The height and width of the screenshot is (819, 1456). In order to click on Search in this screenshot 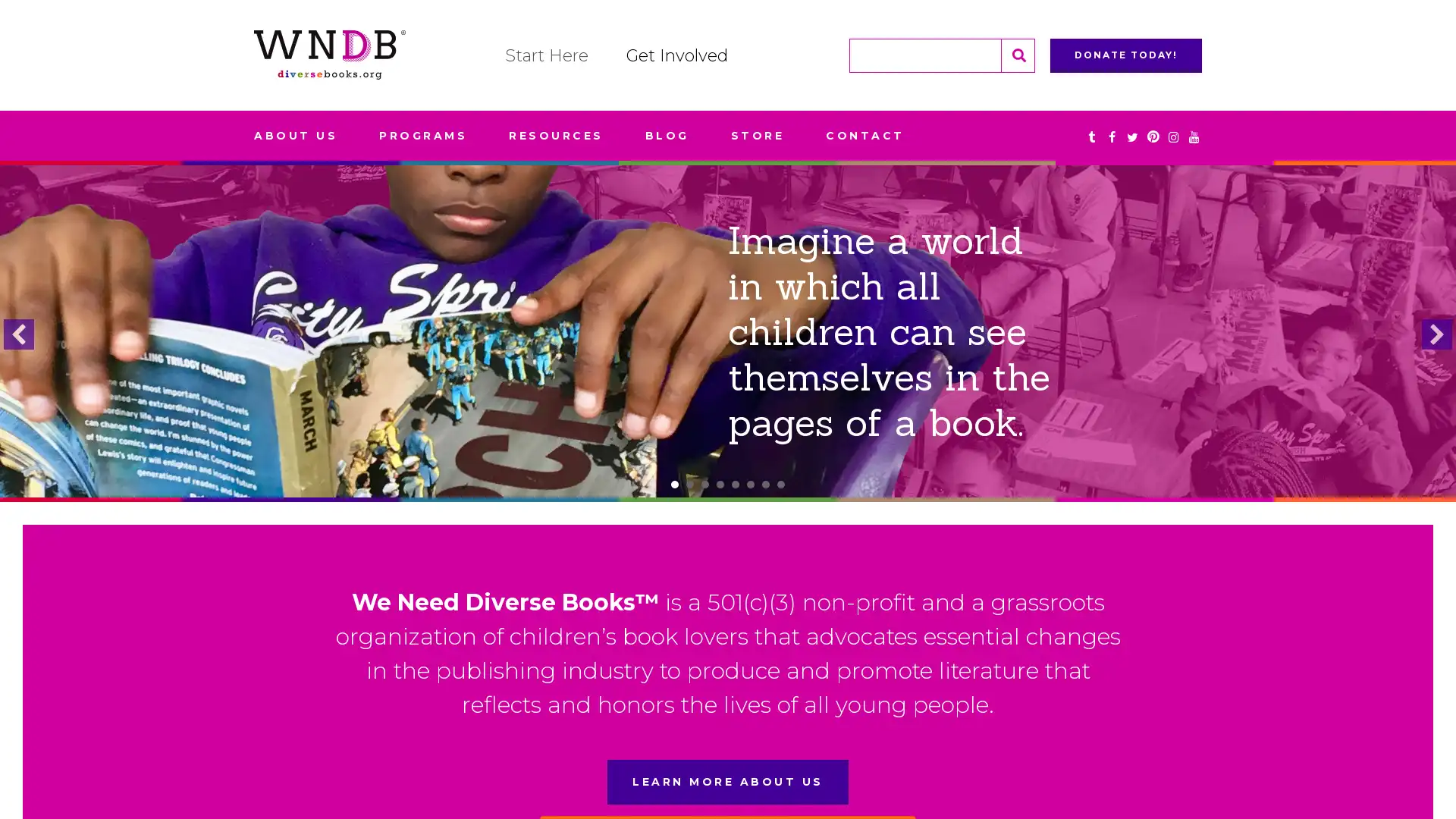, I will do `click(1018, 54)`.